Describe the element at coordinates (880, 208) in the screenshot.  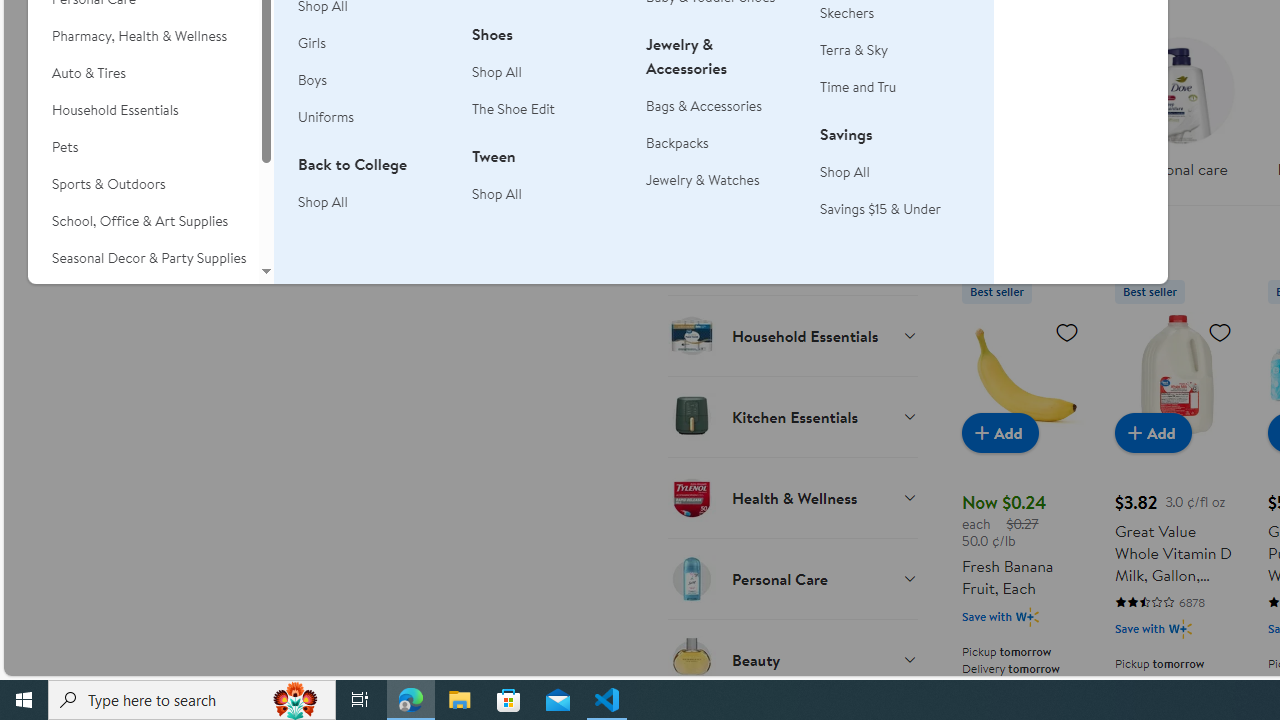
I see `'Savings $15 & Under'` at that location.